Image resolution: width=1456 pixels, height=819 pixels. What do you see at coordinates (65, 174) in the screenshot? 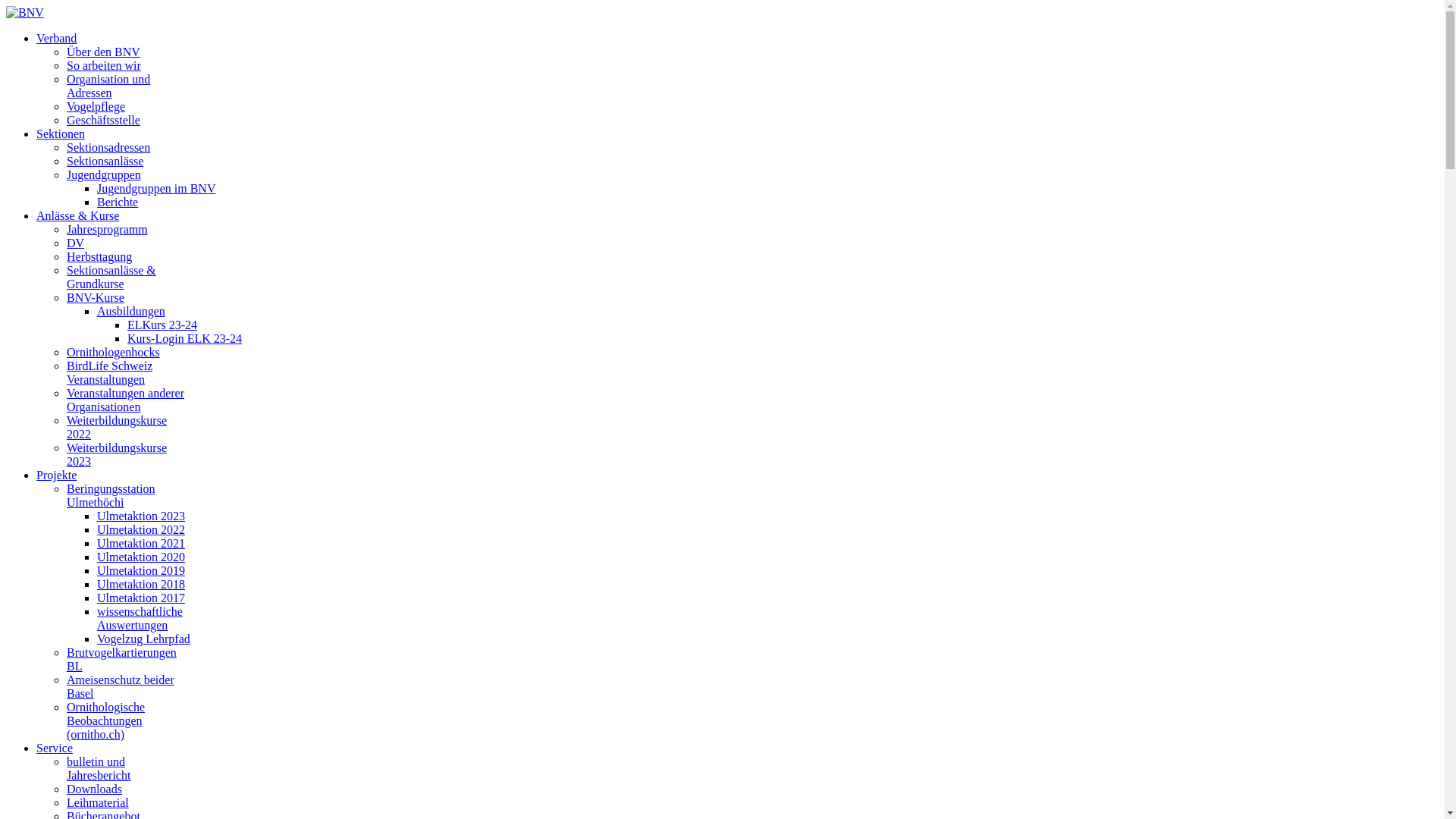
I see `'Jugendgruppen'` at bounding box center [65, 174].